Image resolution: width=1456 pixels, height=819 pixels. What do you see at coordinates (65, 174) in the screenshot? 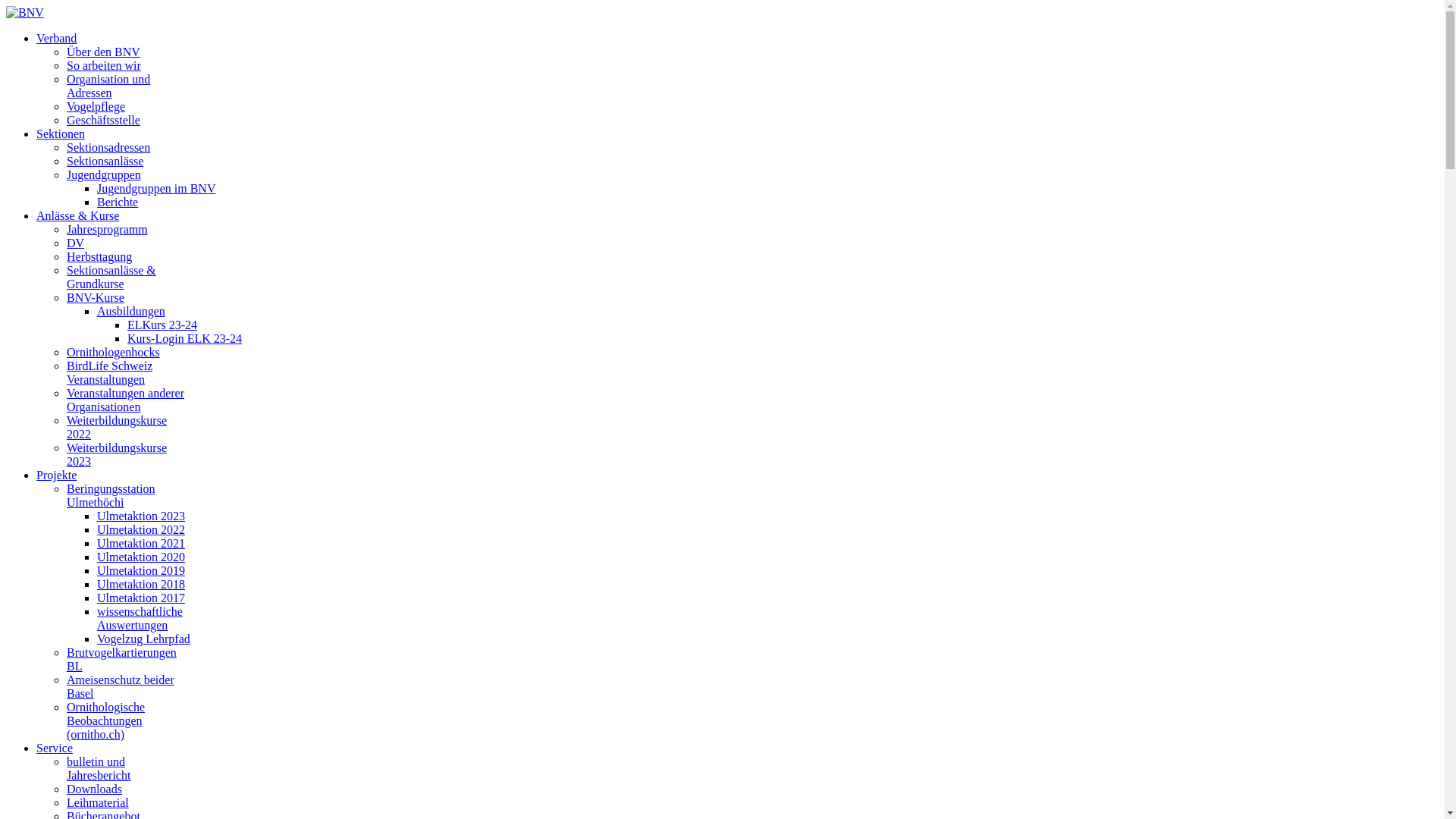
I see `'Jugendgruppen'` at bounding box center [65, 174].